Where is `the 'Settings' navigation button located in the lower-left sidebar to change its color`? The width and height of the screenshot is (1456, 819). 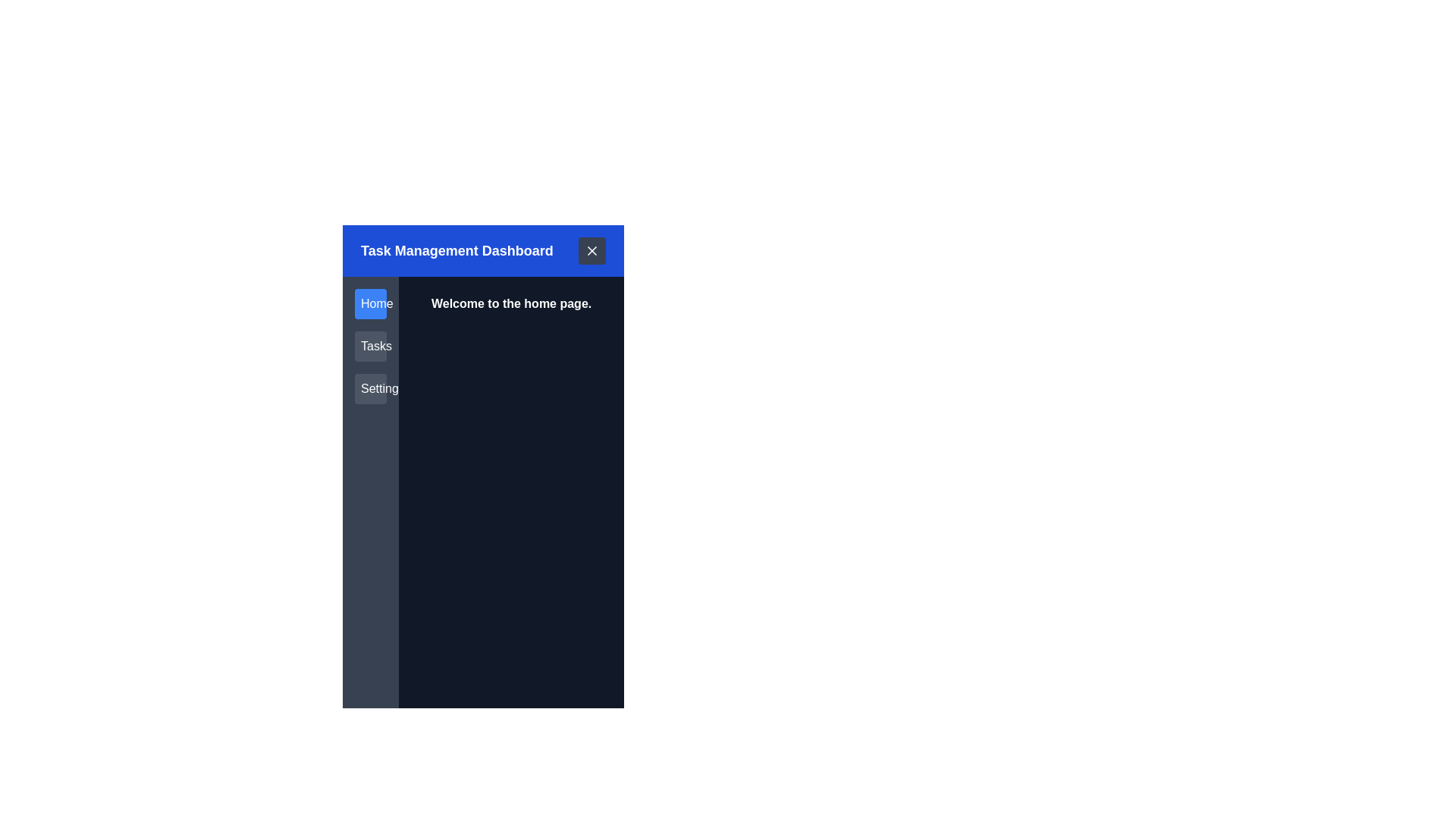 the 'Settings' navigation button located in the lower-left sidebar to change its color is located at coordinates (371, 388).